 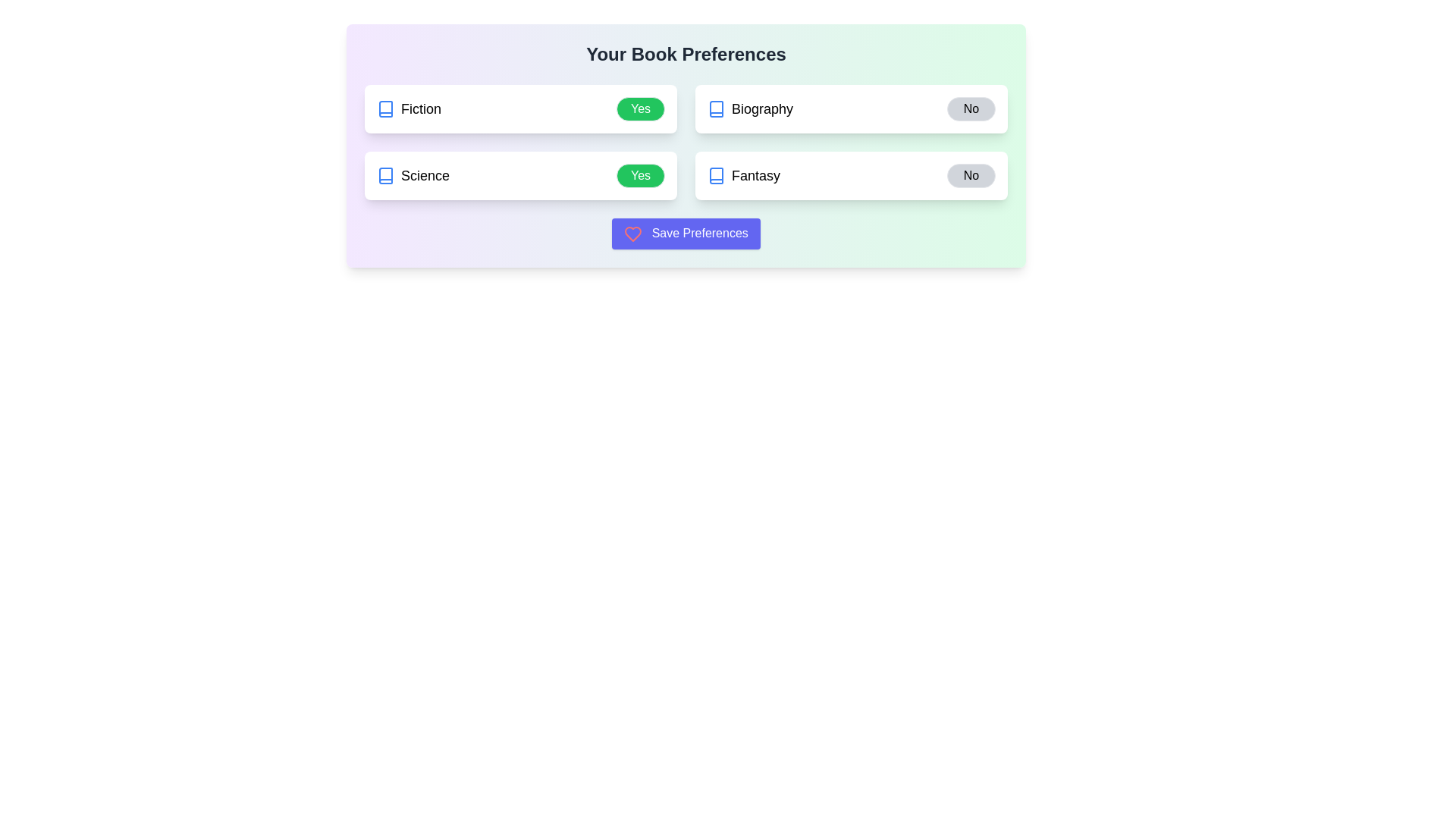 What do you see at coordinates (743, 174) in the screenshot?
I see `the Fantasy to observe feedback` at bounding box center [743, 174].